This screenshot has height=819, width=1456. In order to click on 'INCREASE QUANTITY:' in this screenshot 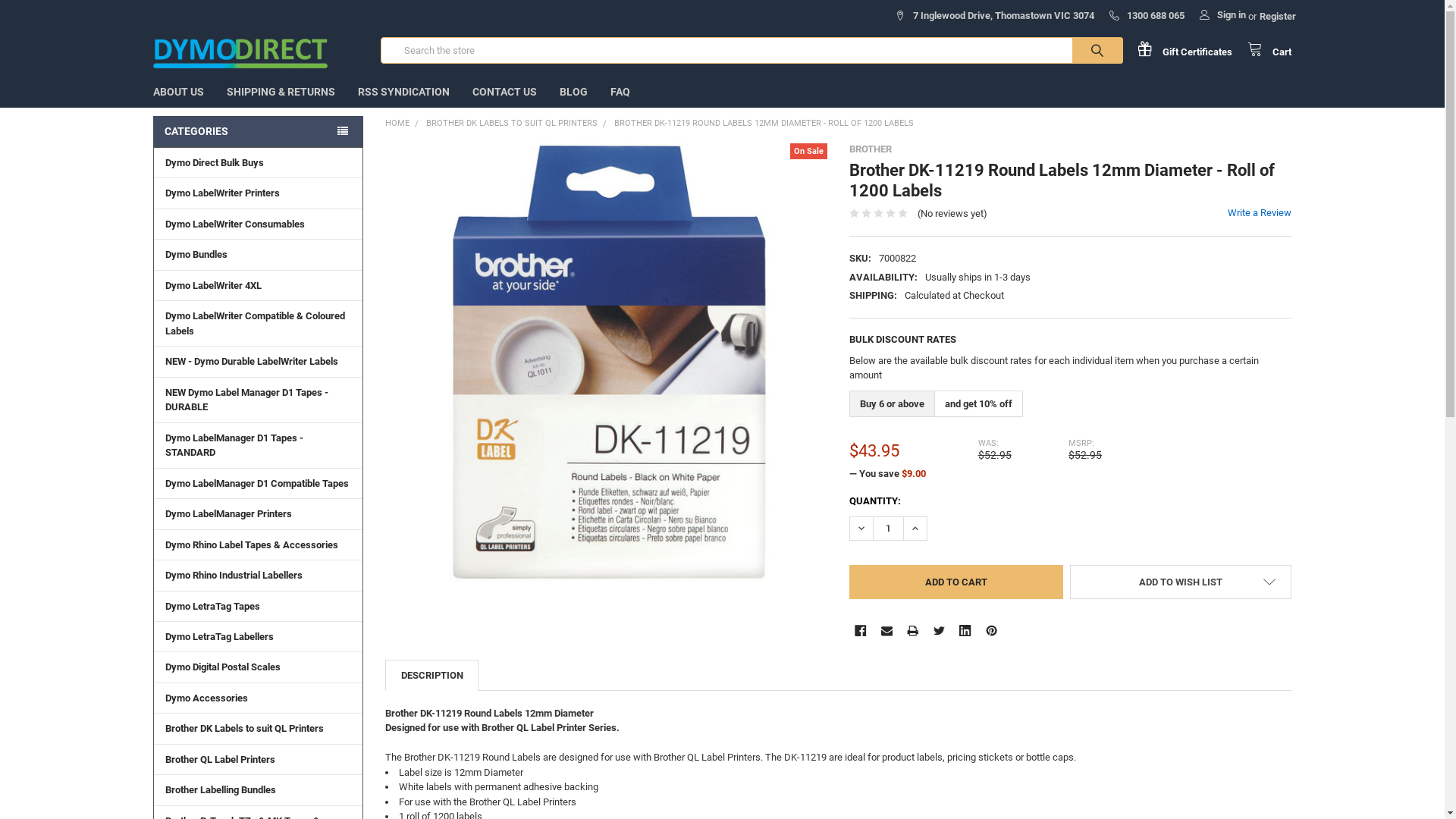, I will do `click(902, 528)`.